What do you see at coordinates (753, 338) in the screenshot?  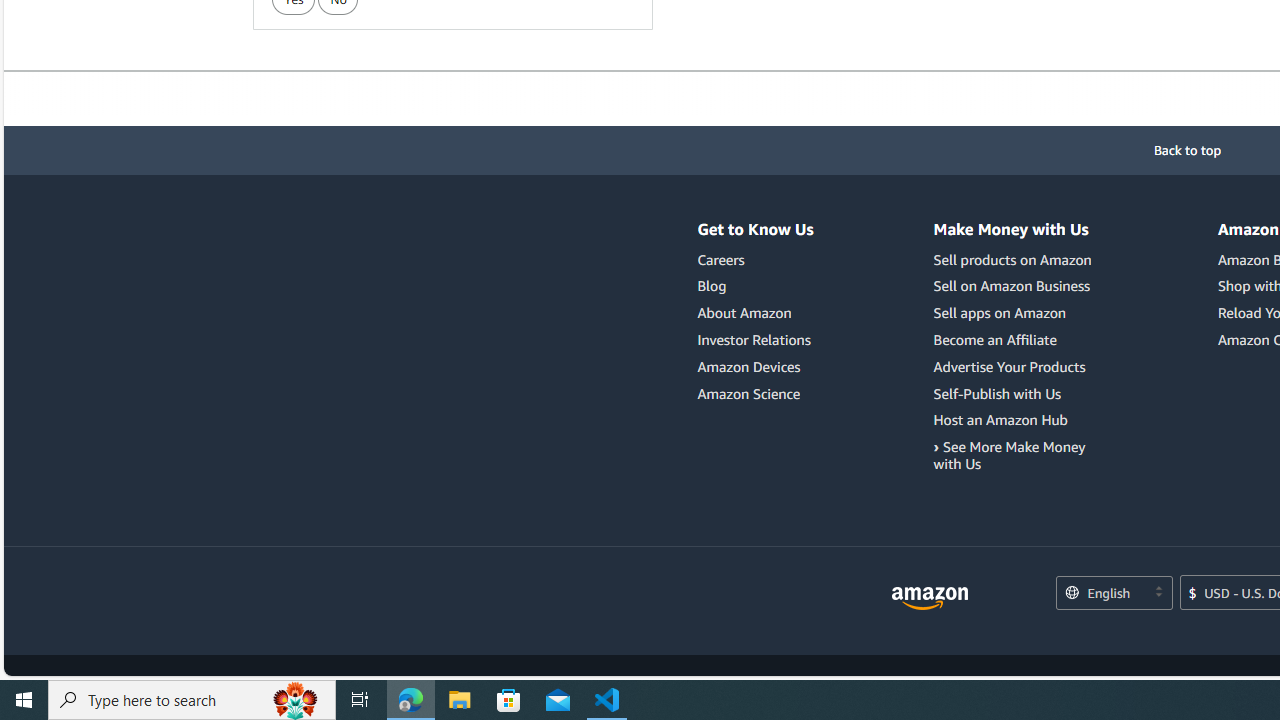 I see `'Investor Relations'` at bounding box center [753, 338].